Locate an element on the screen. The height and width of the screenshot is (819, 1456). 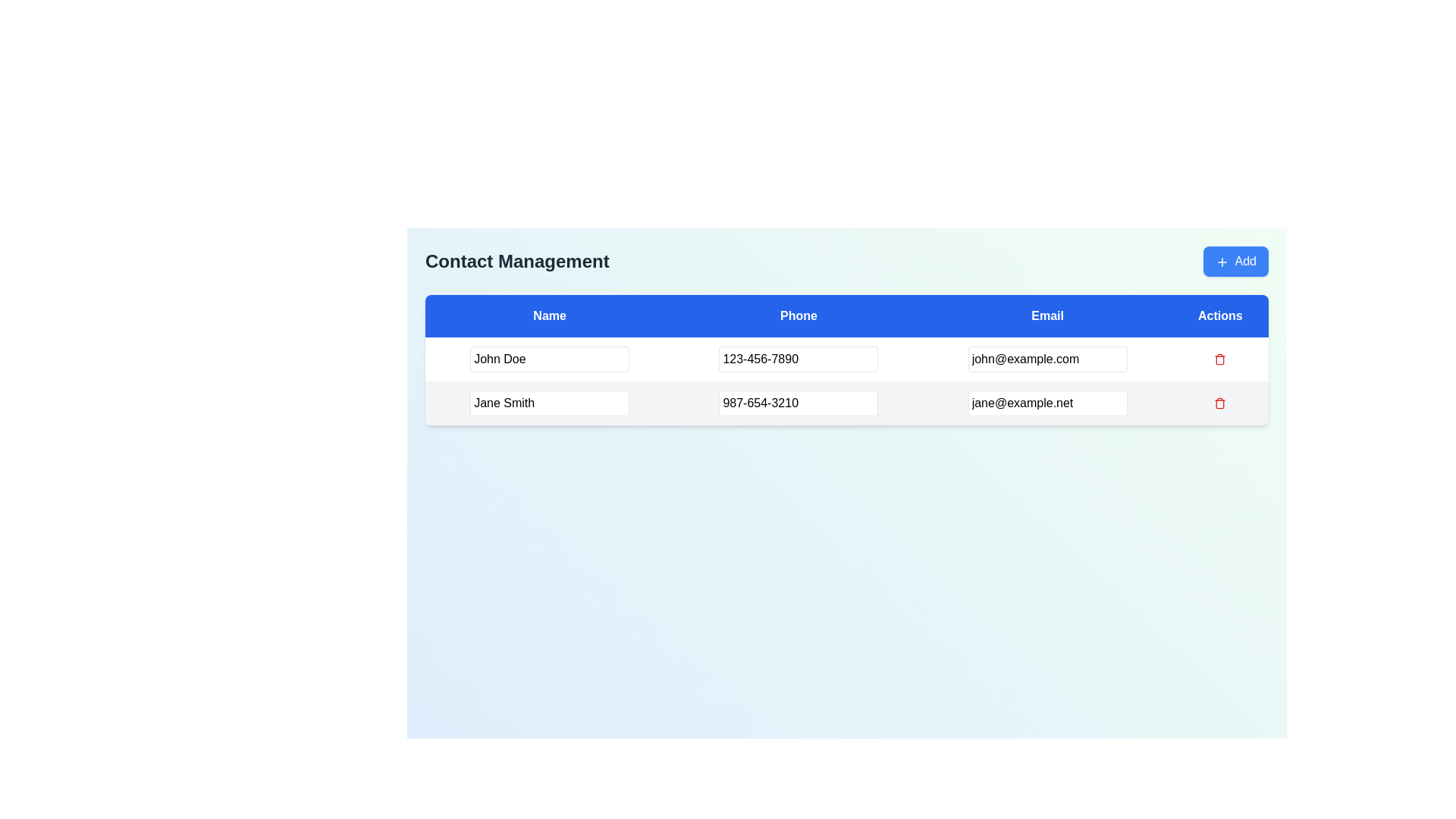
the addition icon located at the start of the blue rectangle button labeled 'Add' in the upper-right corner of the user interface is located at coordinates (1222, 261).